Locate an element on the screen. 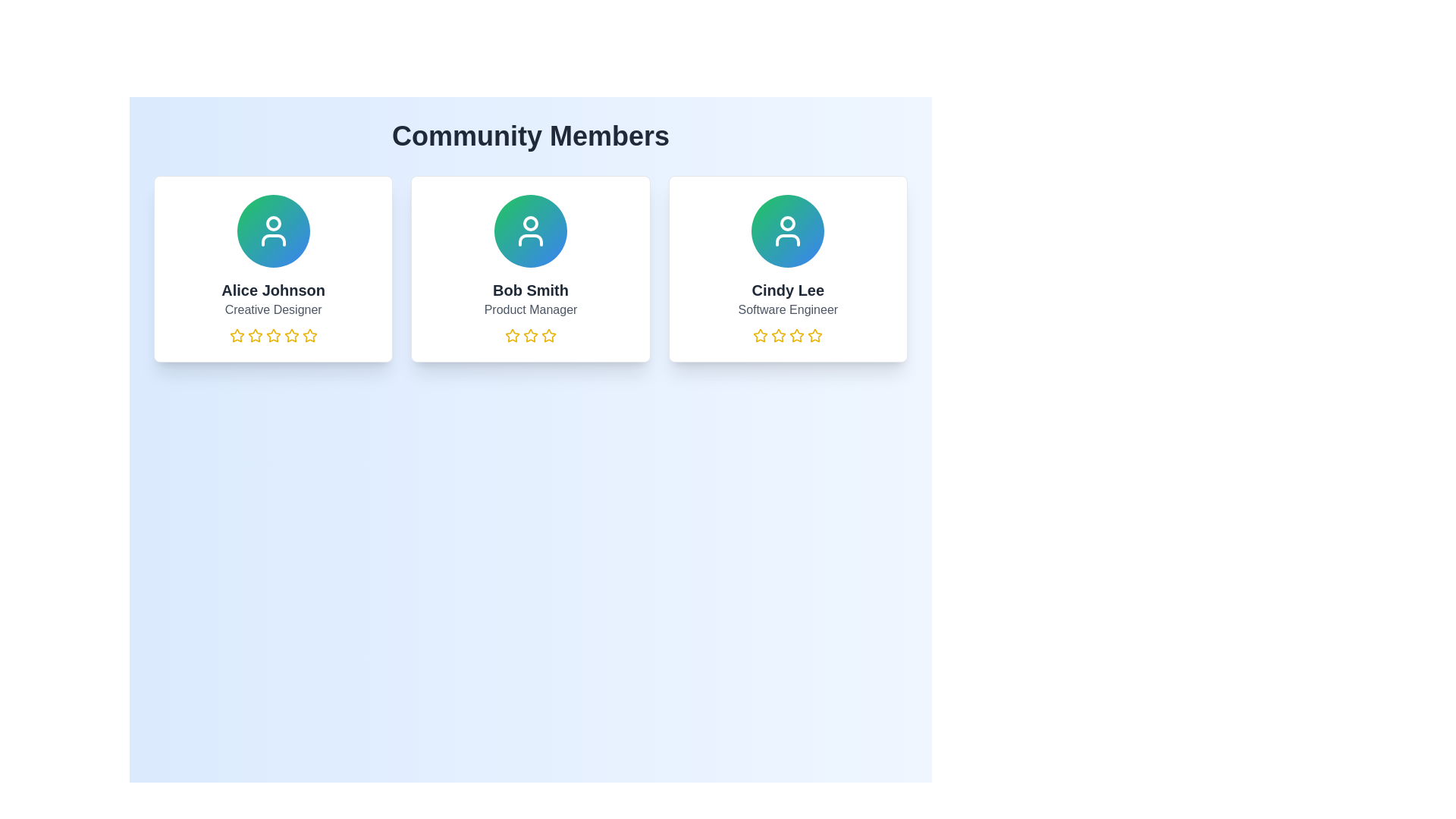  the avatar icon representing 'Cindy Lee' in the Community Members section, located below her name and above the star rating icons is located at coordinates (788, 231).